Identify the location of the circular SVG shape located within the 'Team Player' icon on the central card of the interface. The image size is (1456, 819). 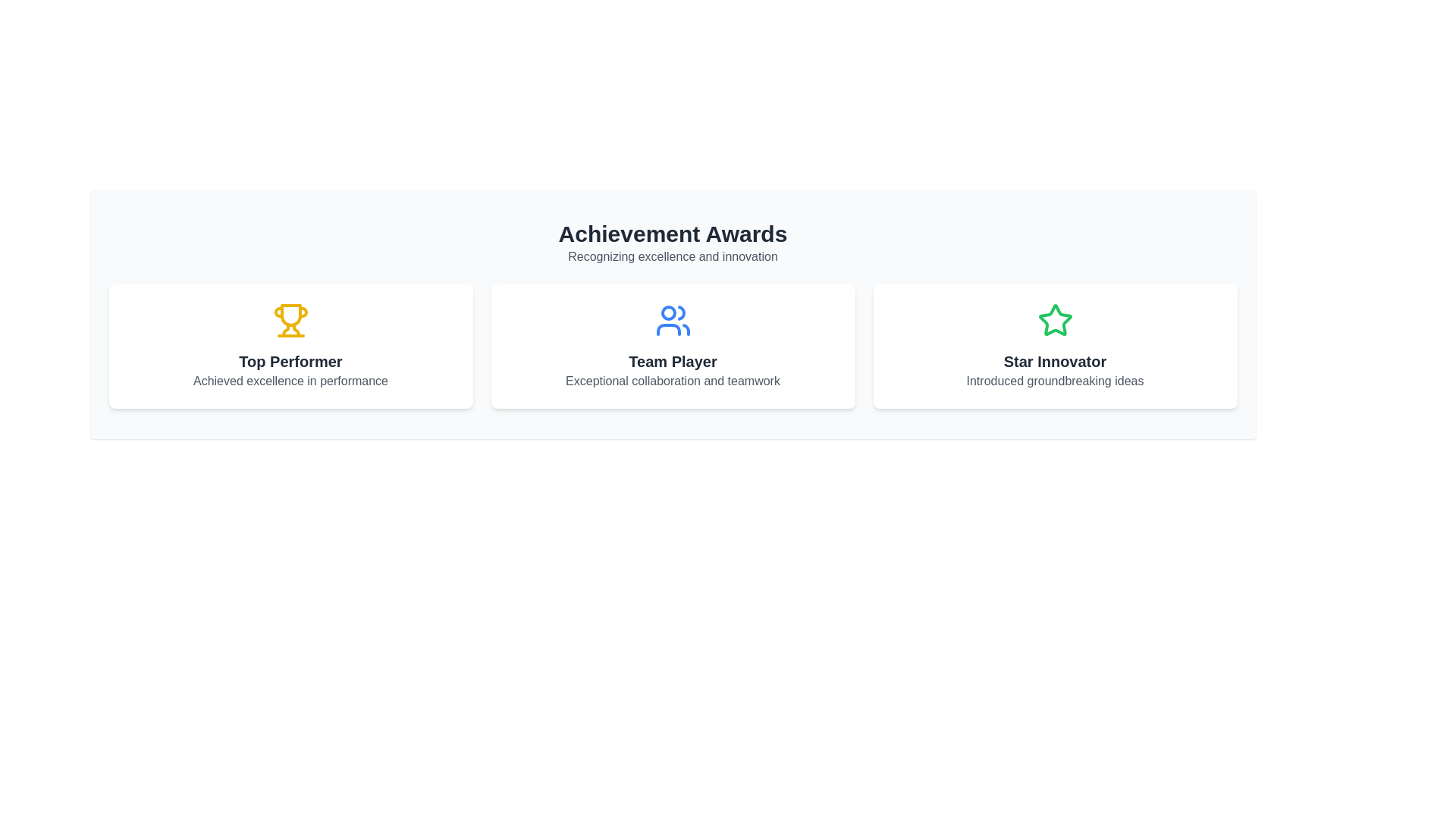
(667, 312).